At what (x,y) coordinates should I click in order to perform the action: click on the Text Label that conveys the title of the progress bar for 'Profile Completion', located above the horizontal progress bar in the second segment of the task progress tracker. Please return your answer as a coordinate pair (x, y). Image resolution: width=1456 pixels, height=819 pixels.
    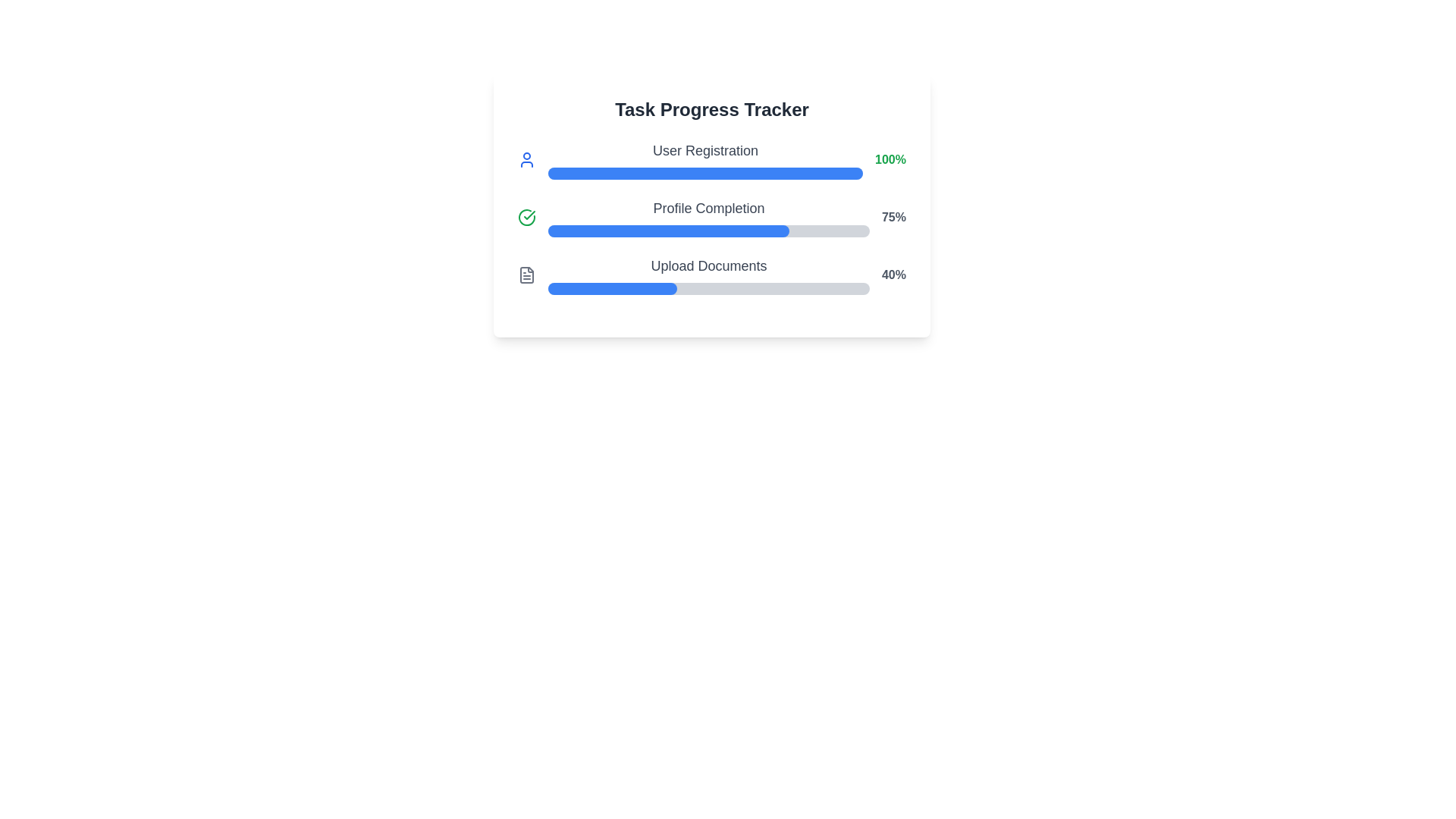
    Looking at the image, I should click on (708, 208).